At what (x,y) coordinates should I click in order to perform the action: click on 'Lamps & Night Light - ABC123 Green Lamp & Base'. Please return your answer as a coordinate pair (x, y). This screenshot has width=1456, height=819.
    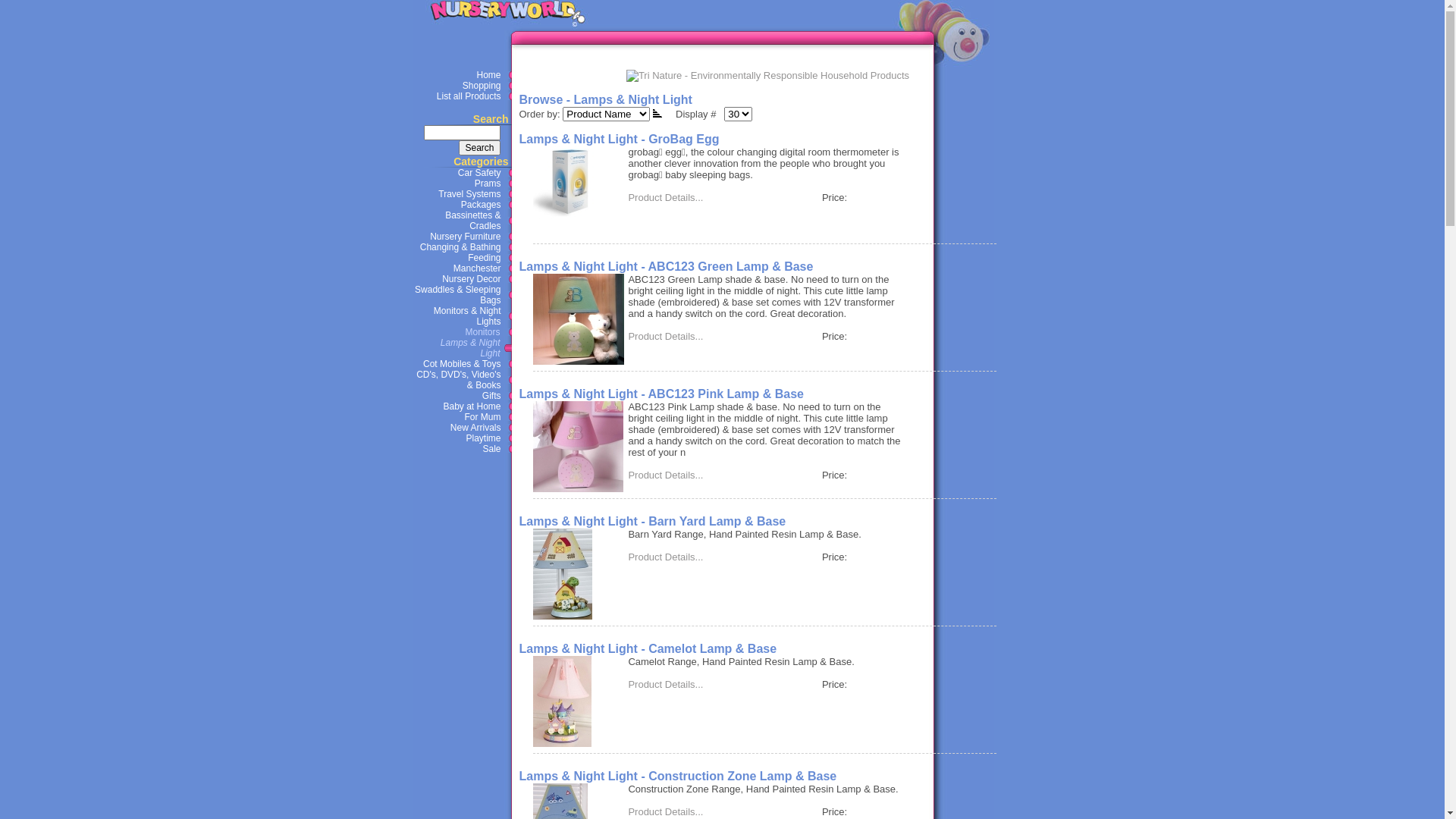
    Looking at the image, I should click on (666, 265).